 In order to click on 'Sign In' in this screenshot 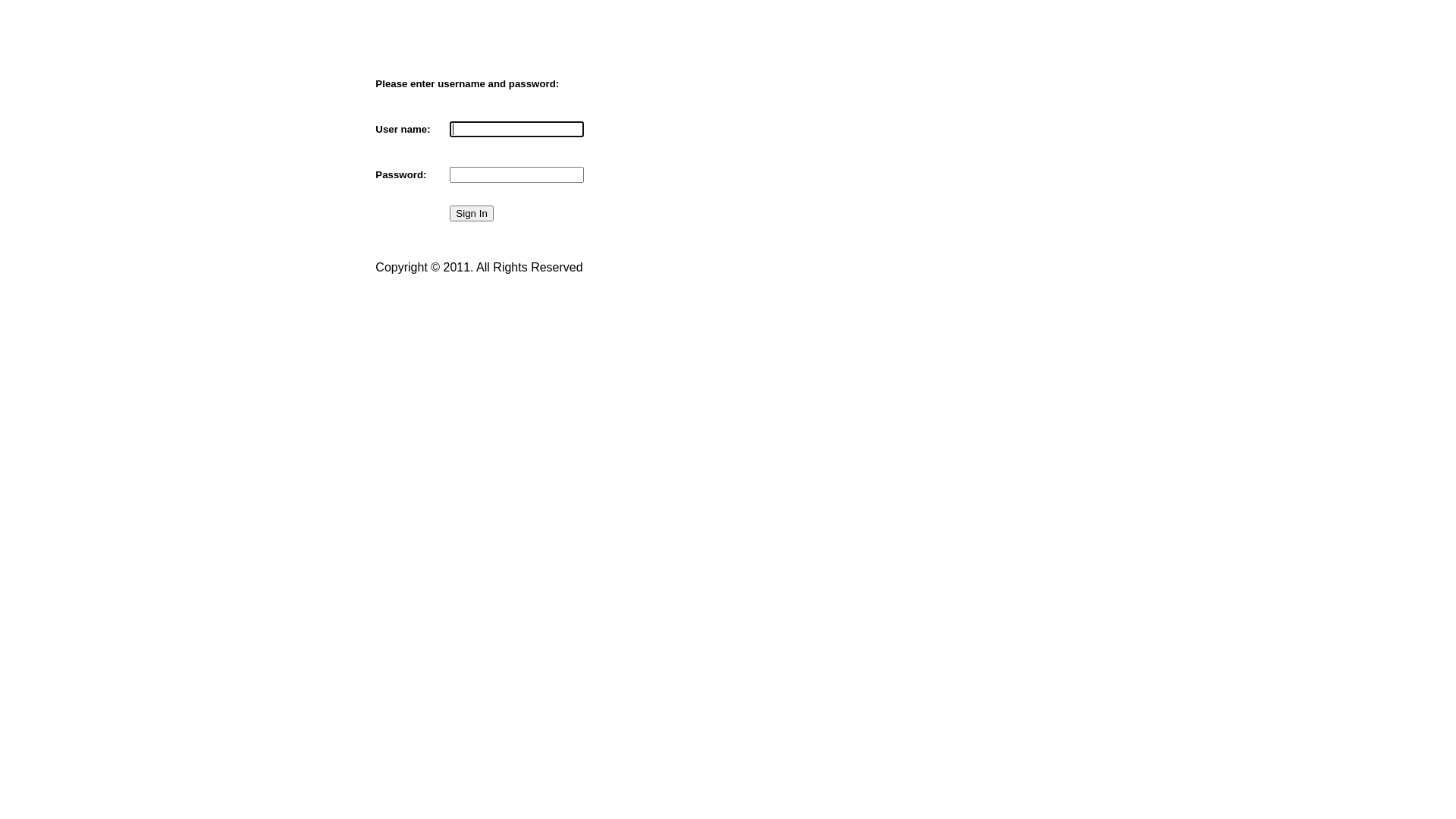, I will do `click(471, 213)`.